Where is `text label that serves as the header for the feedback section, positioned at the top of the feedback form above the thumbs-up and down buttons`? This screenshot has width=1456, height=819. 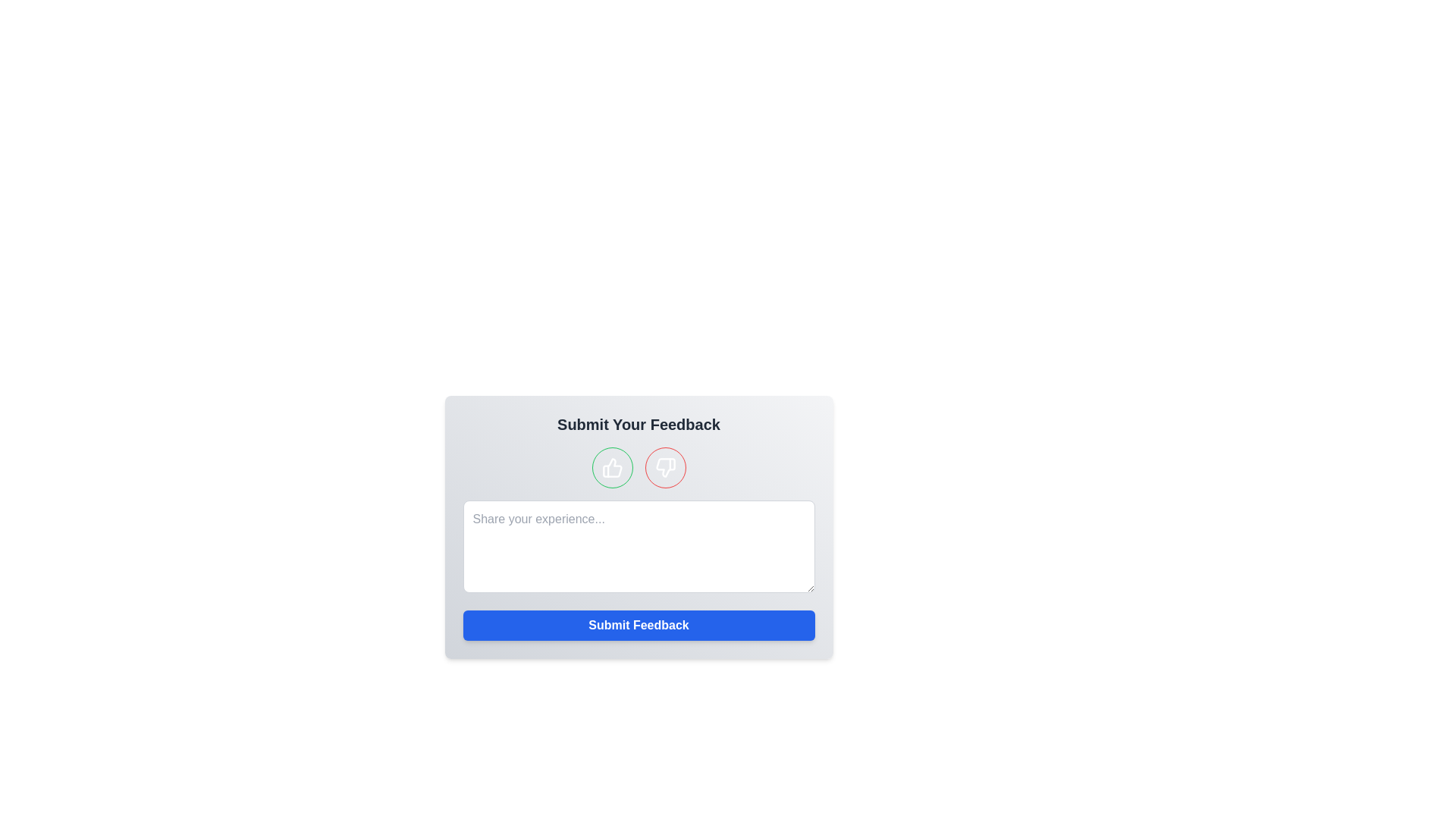 text label that serves as the header for the feedback section, positioned at the top of the feedback form above the thumbs-up and down buttons is located at coordinates (639, 424).